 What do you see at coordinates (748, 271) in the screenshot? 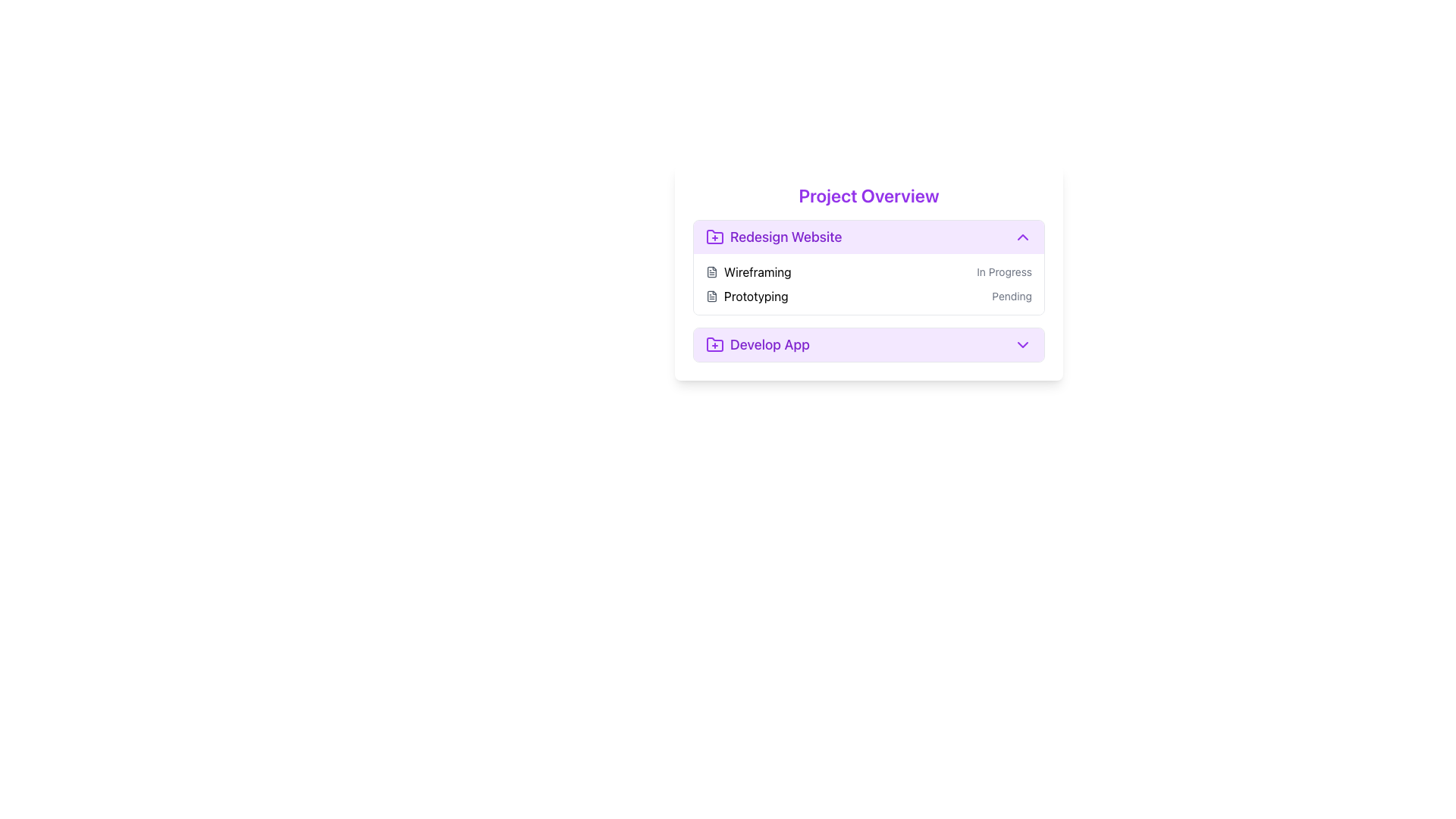
I see `the 'Wireframing' text label, which is located to the right of a document icon and the first item under the 'Redesign Website' section` at bounding box center [748, 271].